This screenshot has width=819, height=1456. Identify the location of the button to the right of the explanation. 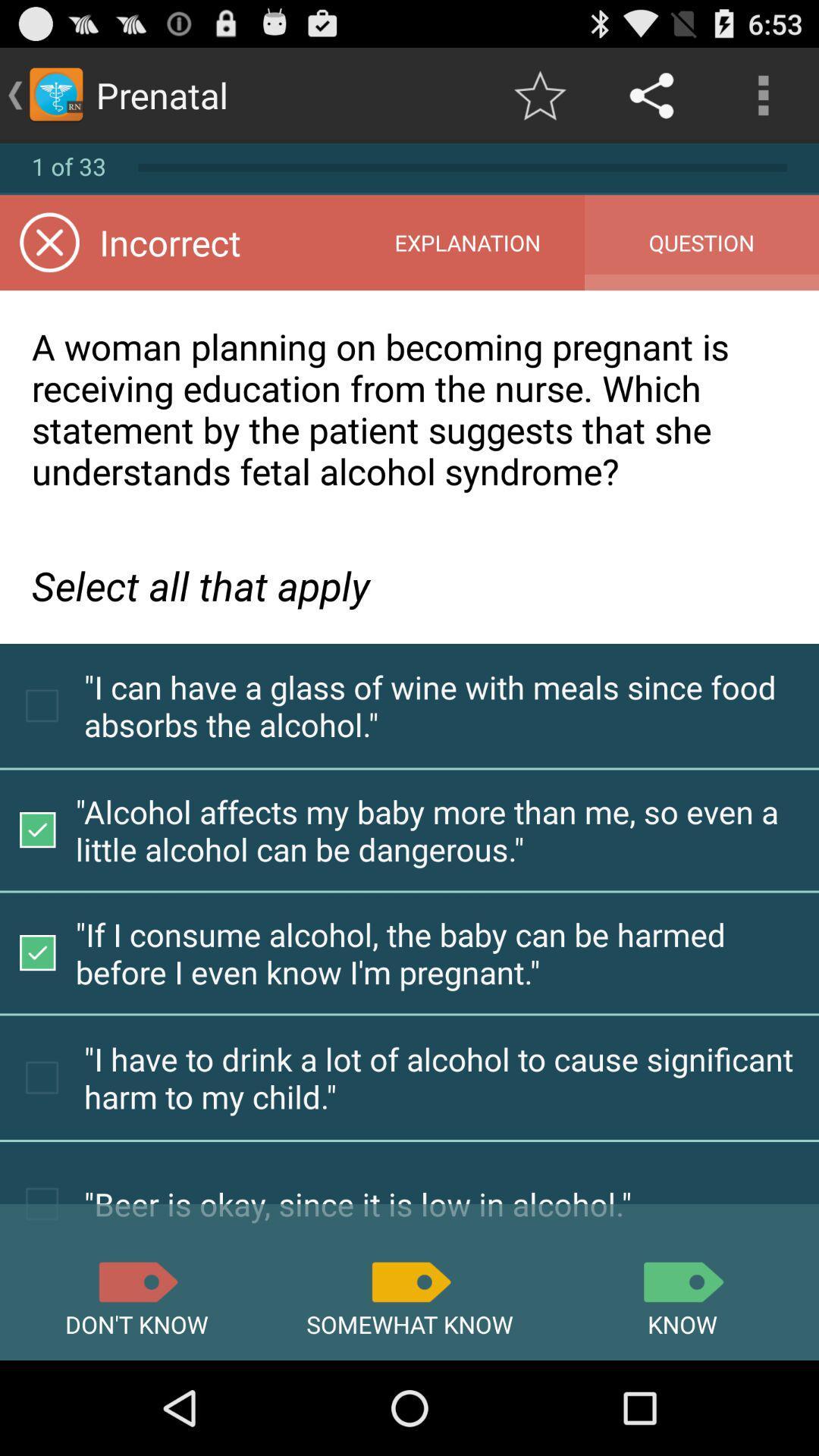
(701, 243).